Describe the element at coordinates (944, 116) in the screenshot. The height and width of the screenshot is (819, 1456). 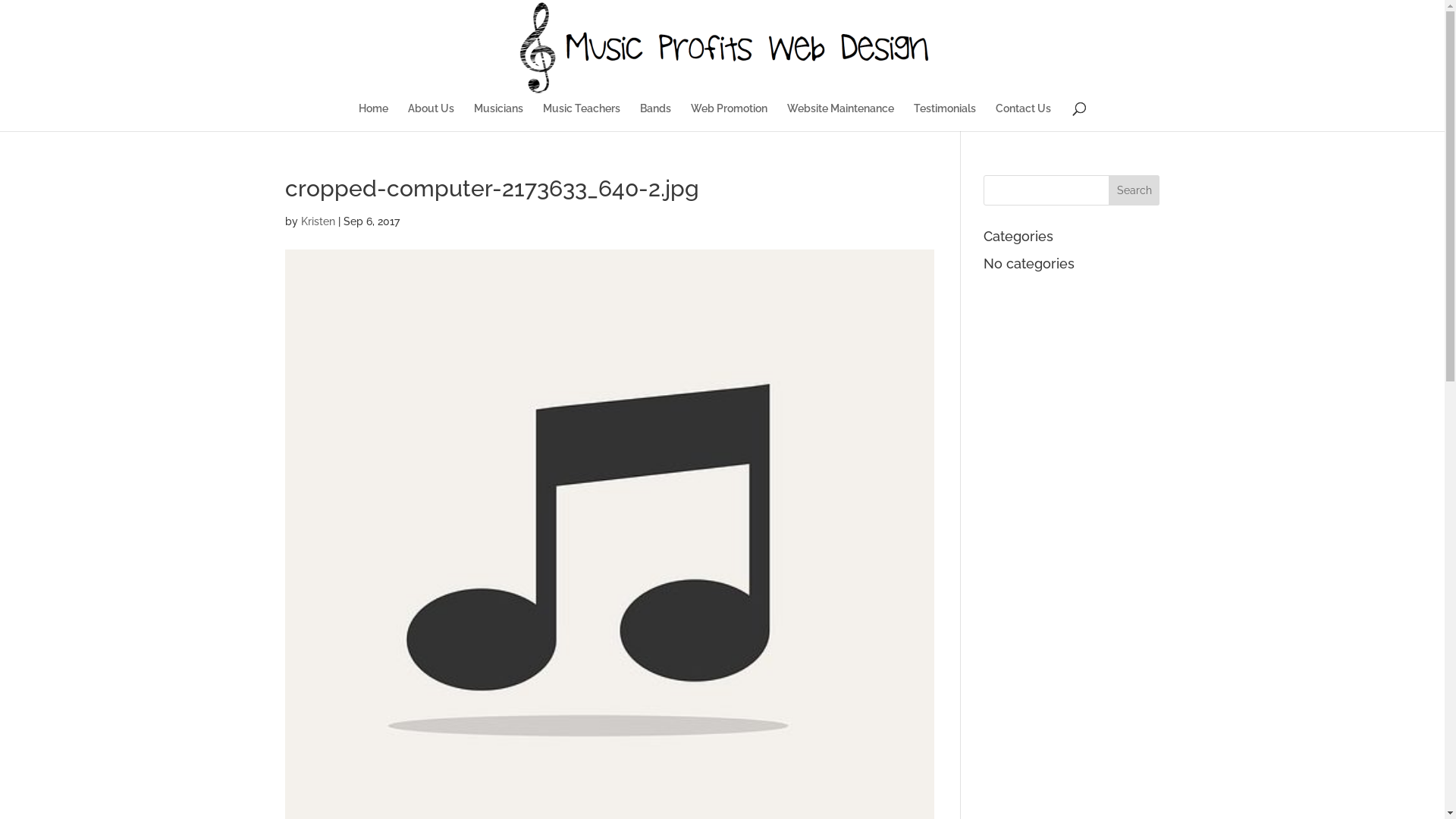
I see `'Testimonials'` at that location.